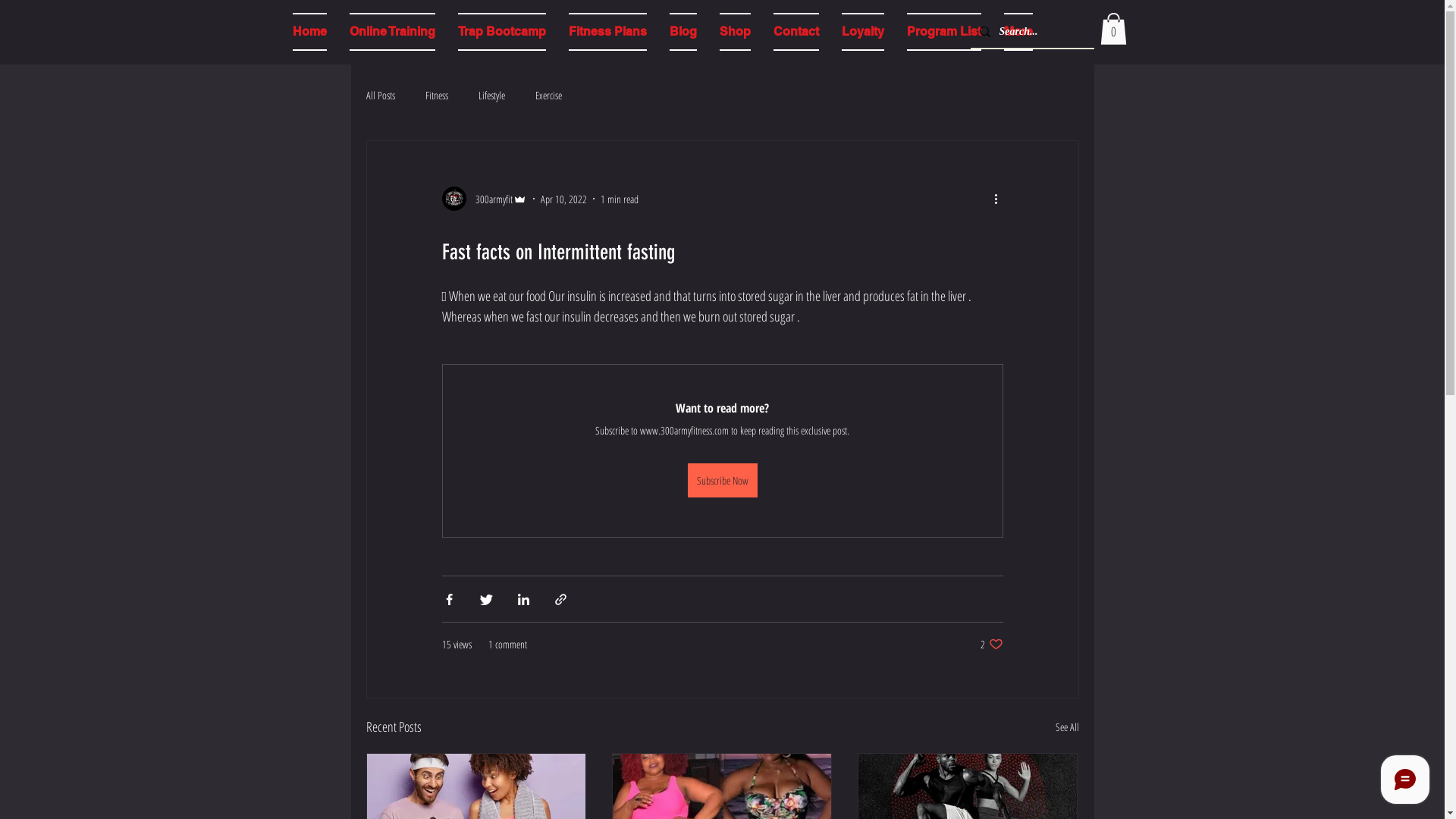 The image size is (1456, 819). What do you see at coordinates (682, 32) in the screenshot?
I see `'Blog'` at bounding box center [682, 32].